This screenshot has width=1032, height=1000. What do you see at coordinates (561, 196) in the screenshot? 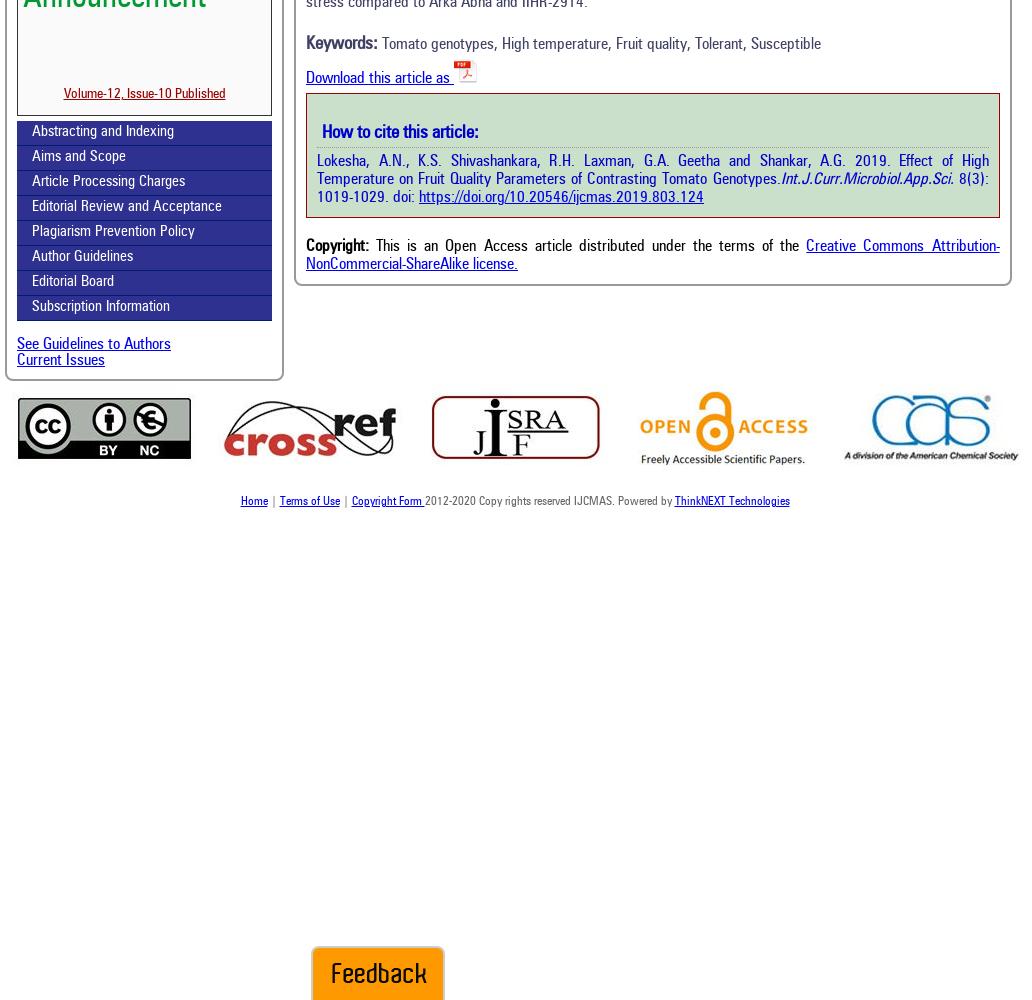
I see `'https://doi.org/10.20546/ijcmas.2019.803.124'` at bounding box center [561, 196].